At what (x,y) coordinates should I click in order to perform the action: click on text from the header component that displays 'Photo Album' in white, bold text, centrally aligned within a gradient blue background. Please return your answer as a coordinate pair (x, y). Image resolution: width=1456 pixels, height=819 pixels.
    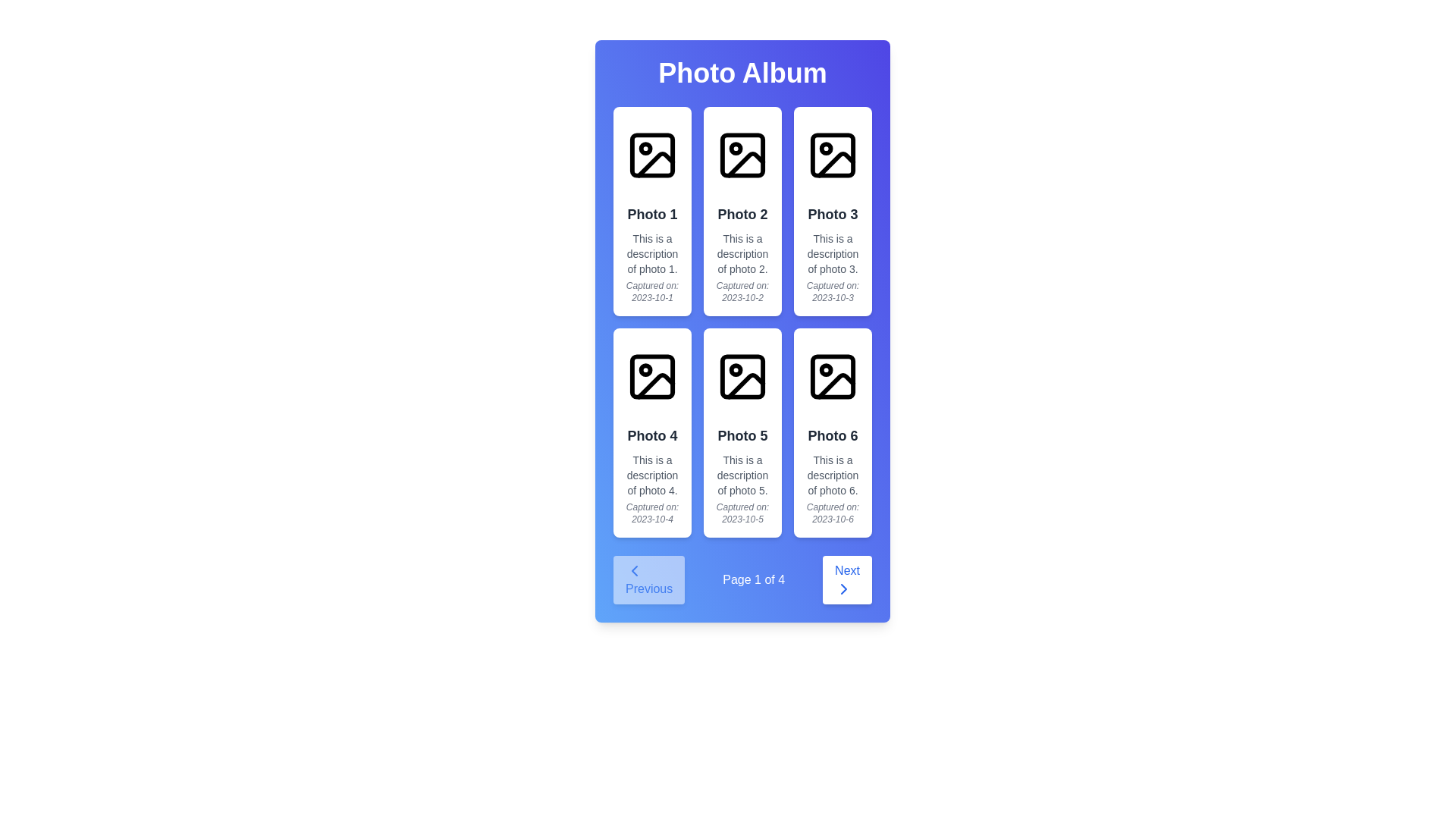
    Looking at the image, I should click on (742, 73).